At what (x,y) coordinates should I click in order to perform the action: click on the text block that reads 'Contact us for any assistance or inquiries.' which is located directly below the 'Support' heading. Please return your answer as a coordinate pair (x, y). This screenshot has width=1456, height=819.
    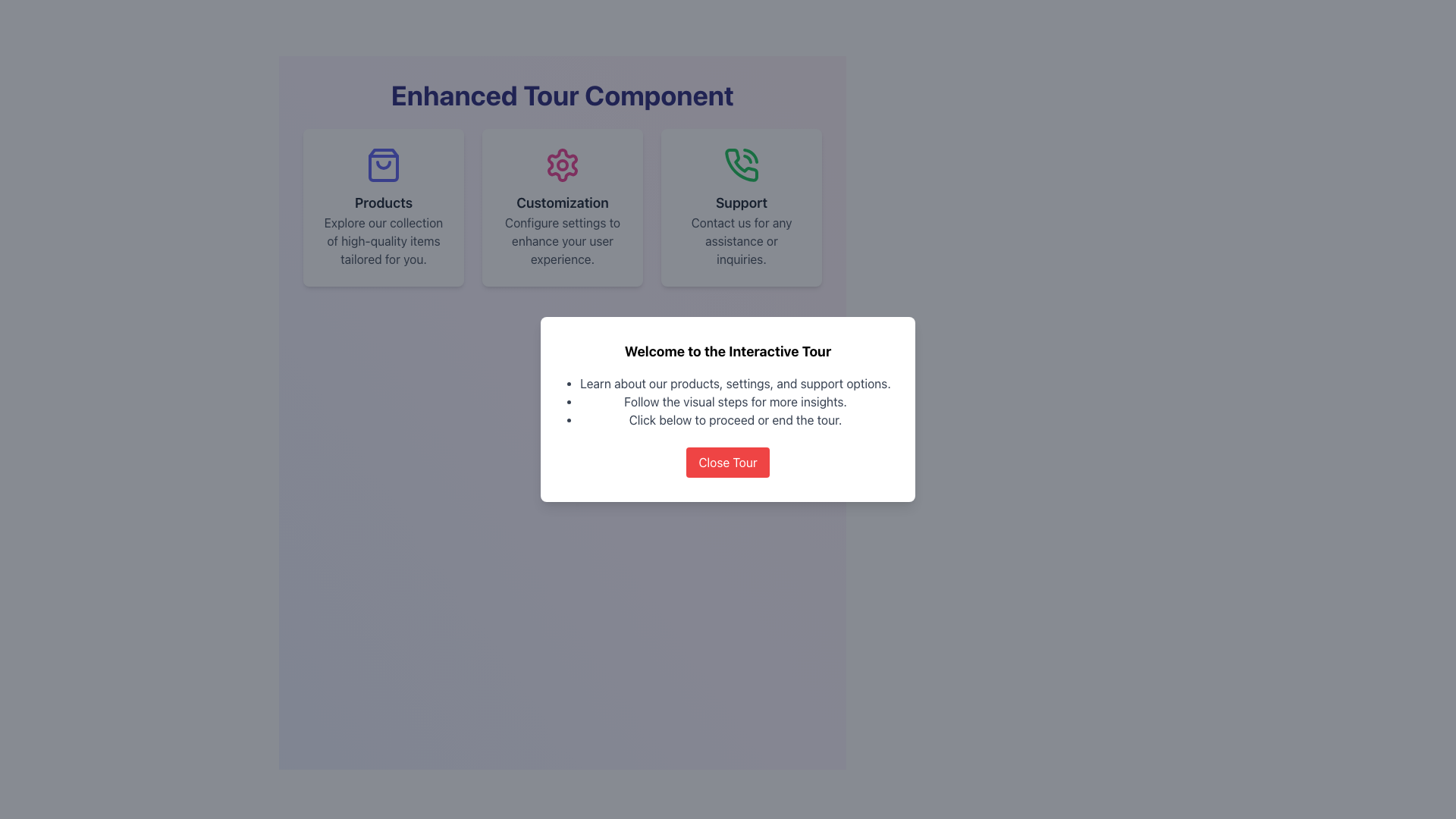
    Looking at the image, I should click on (742, 240).